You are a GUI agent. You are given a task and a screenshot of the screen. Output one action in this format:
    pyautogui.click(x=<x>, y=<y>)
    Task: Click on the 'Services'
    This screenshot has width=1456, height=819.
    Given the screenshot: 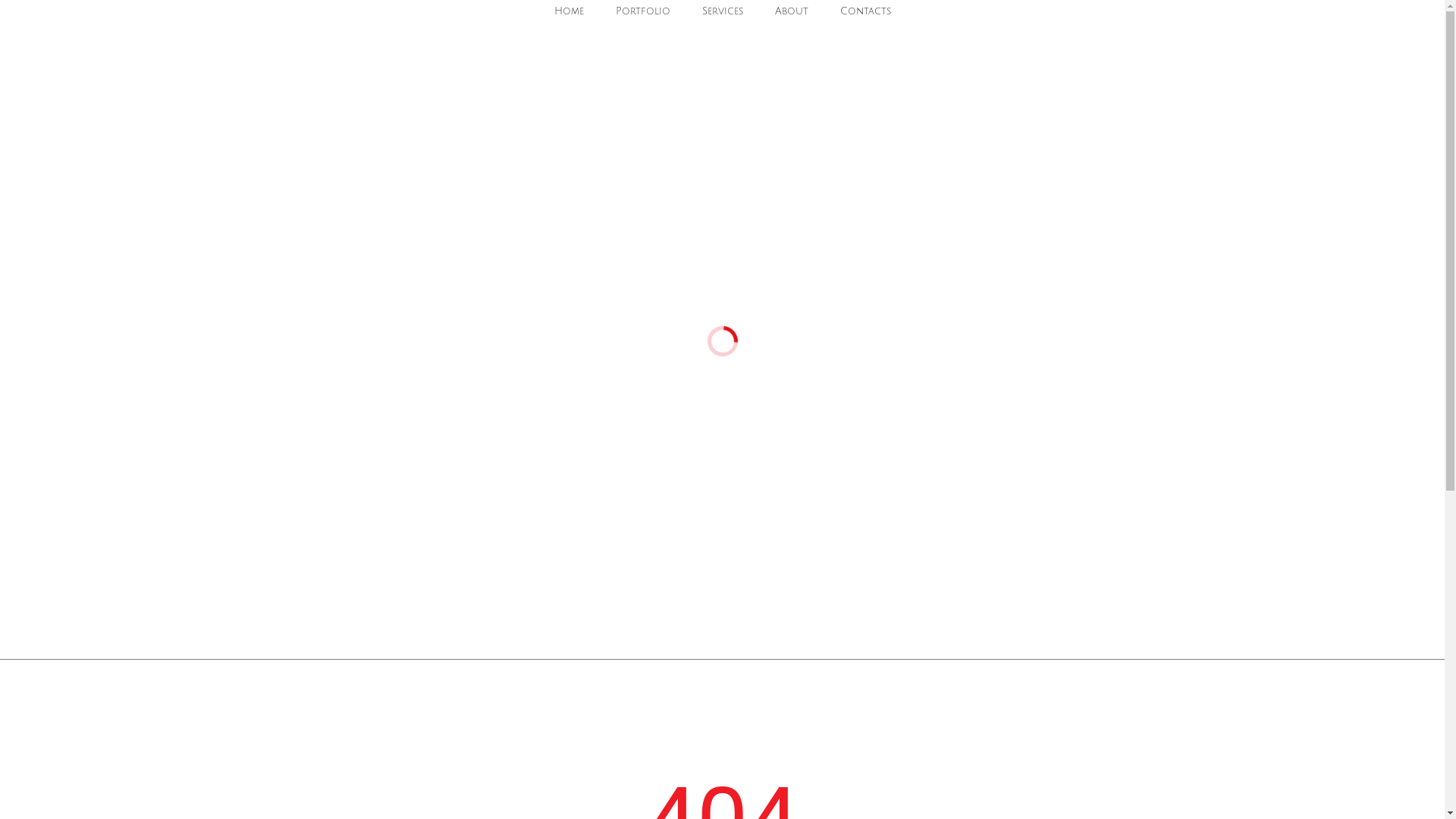 What is the action you would take?
    pyautogui.click(x=722, y=11)
    